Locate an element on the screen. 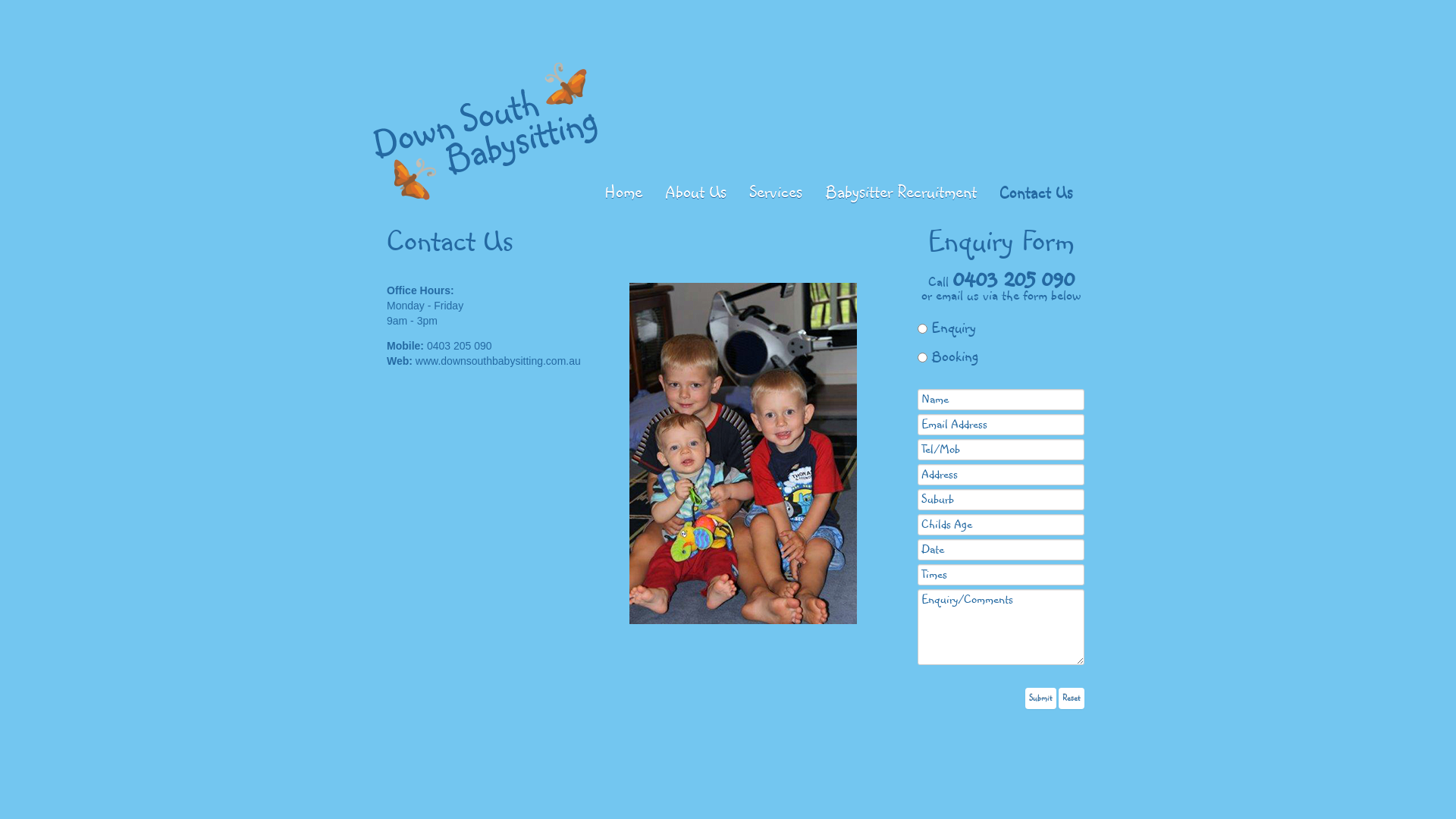 This screenshot has height=819, width=1456. 'Submit' is located at coordinates (1040, 698).